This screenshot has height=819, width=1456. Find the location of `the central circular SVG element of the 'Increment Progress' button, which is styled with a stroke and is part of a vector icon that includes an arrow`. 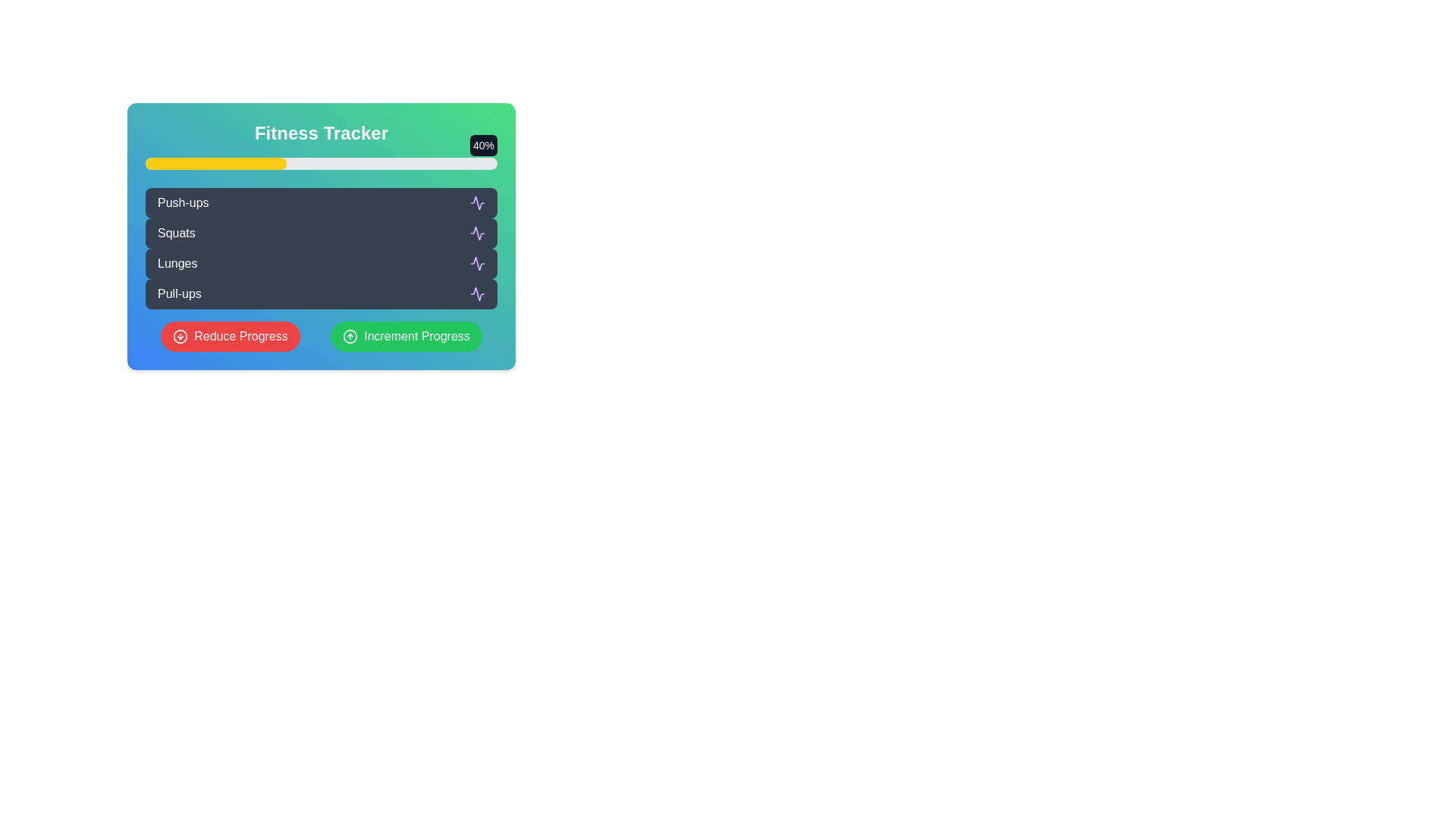

the central circular SVG element of the 'Increment Progress' button, which is styled with a stroke and is part of a vector icon that includes an arrow is located at coordinates (350, 335).